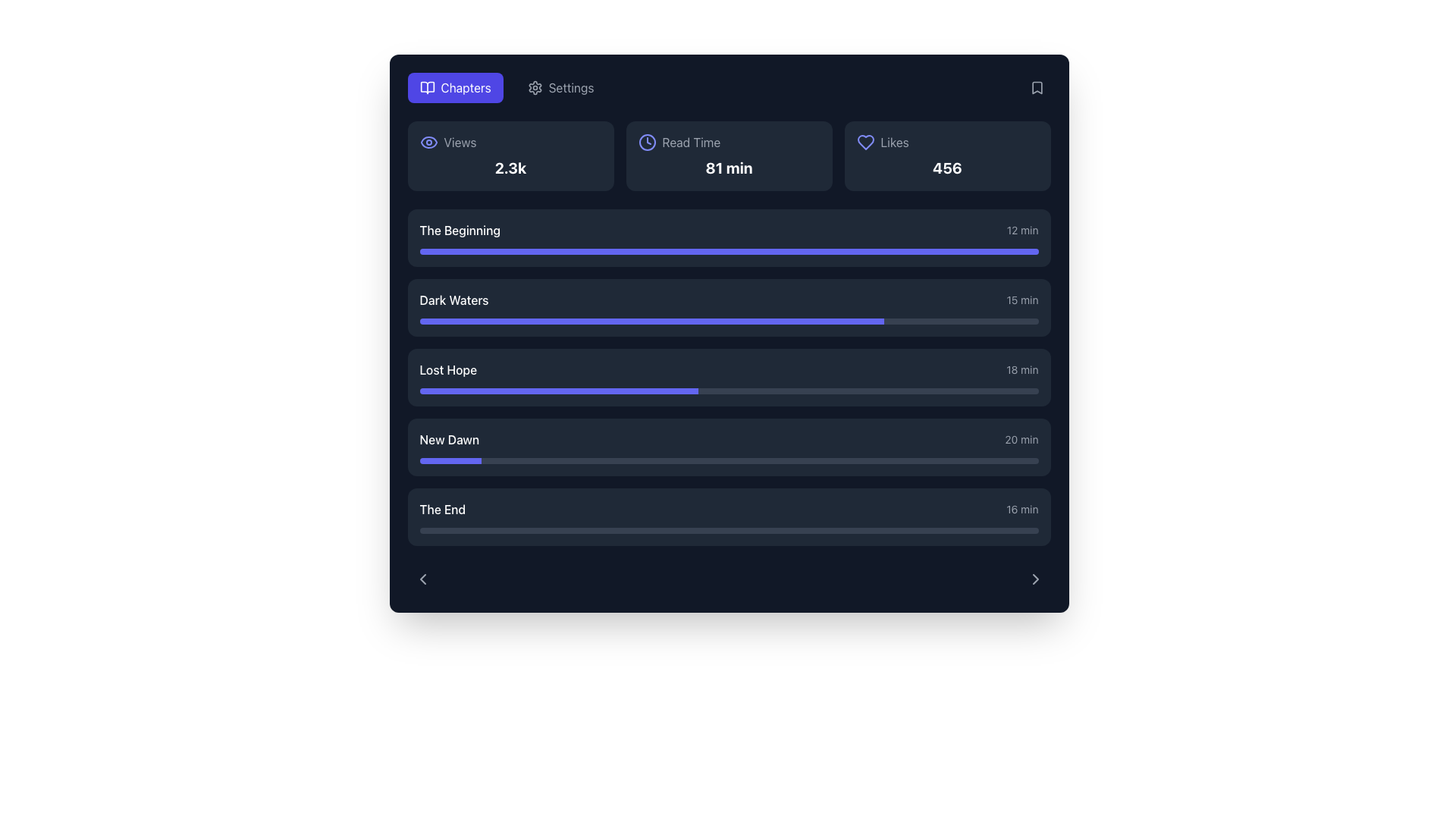 The height and width of the screenshot is (819, 1456). What do you see at coordinates (422, 579) in the screenshot?
I see `the circular button with a leftward chevron and a dark background` at bounding box center [422, 579].